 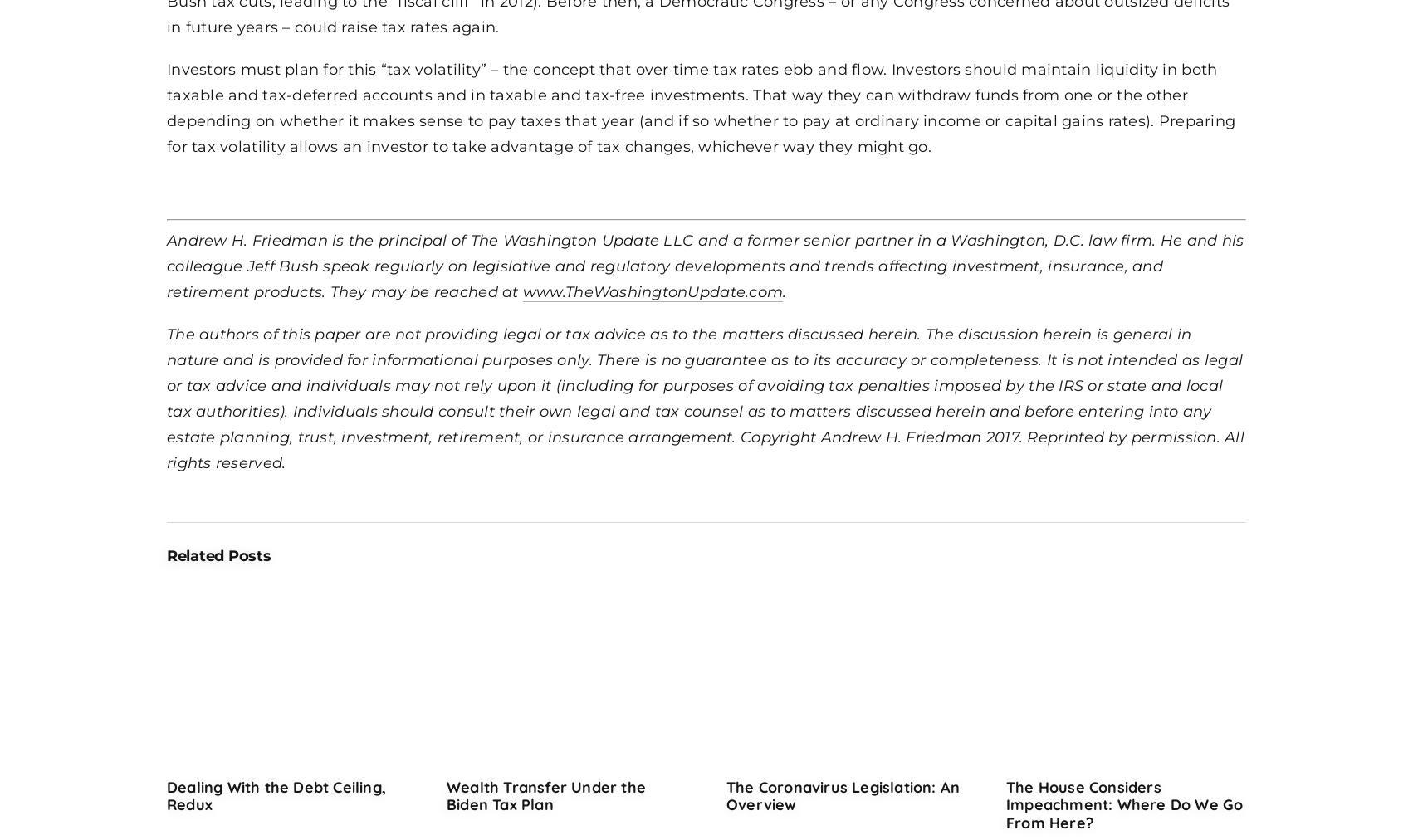 What do you see at coordinates (700, 107) in the screenshot?
I see `'Investors must plan for this “tax volatility” – the concept that over time tax rates ebb and flow. Investors should maintain liquidity in both taxable and tax-deferred accounts and in taxable and tax-free investments. That way they can withdraw funds from one or the other depending on whether it makes sense to pay taxes that year (and if so whether to pay at ordinary income or capital gains rates). Preparing for tax volatility allows an investor to take advantage of tax changes, whichever way they might go.'` at bounding box center [700, 107].